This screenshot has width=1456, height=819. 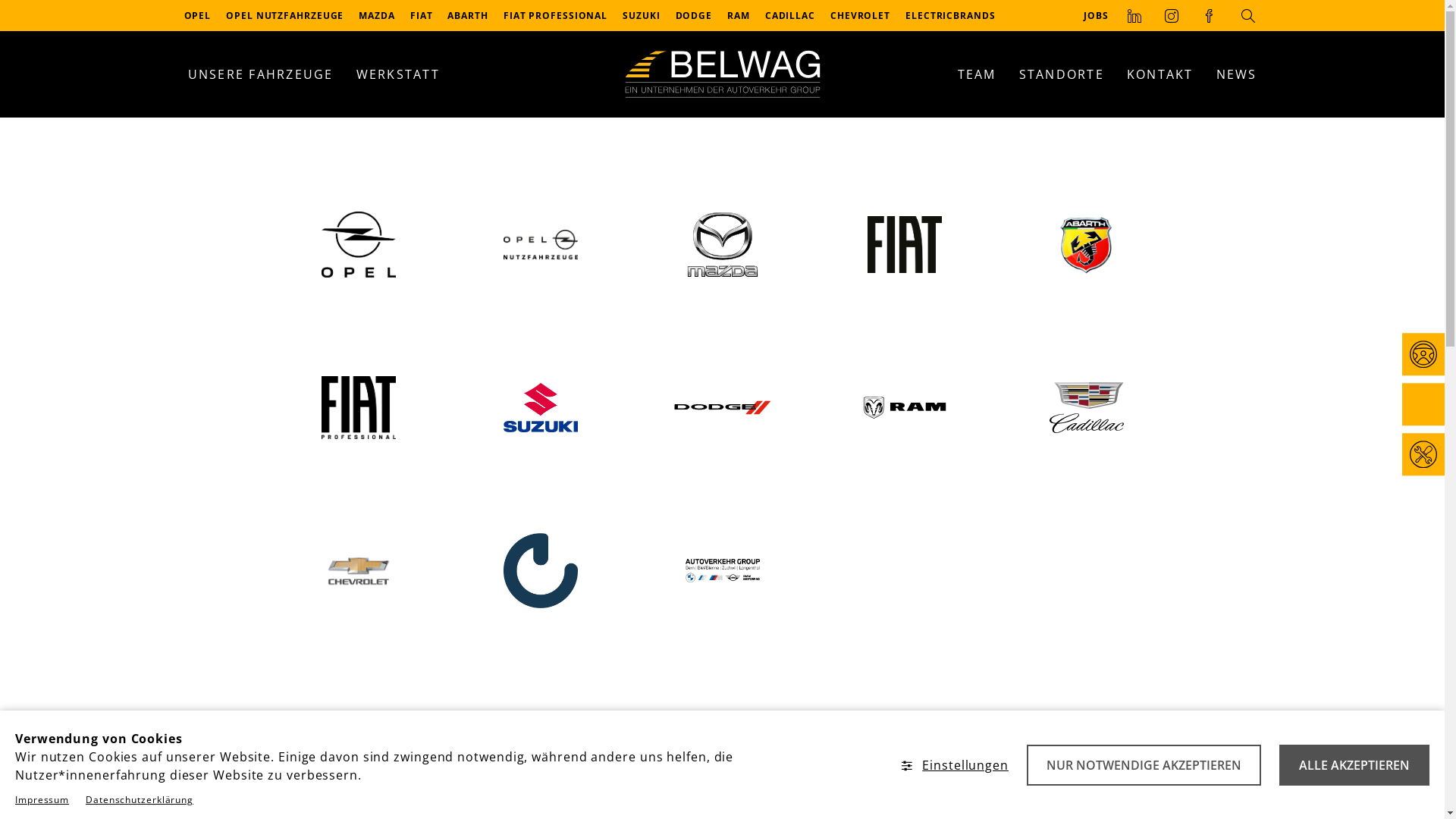 What do you see at coordinates (720, 570) in the screenshot?
I see `'Autoverkehr Group'` at bounding box center [720, 570].